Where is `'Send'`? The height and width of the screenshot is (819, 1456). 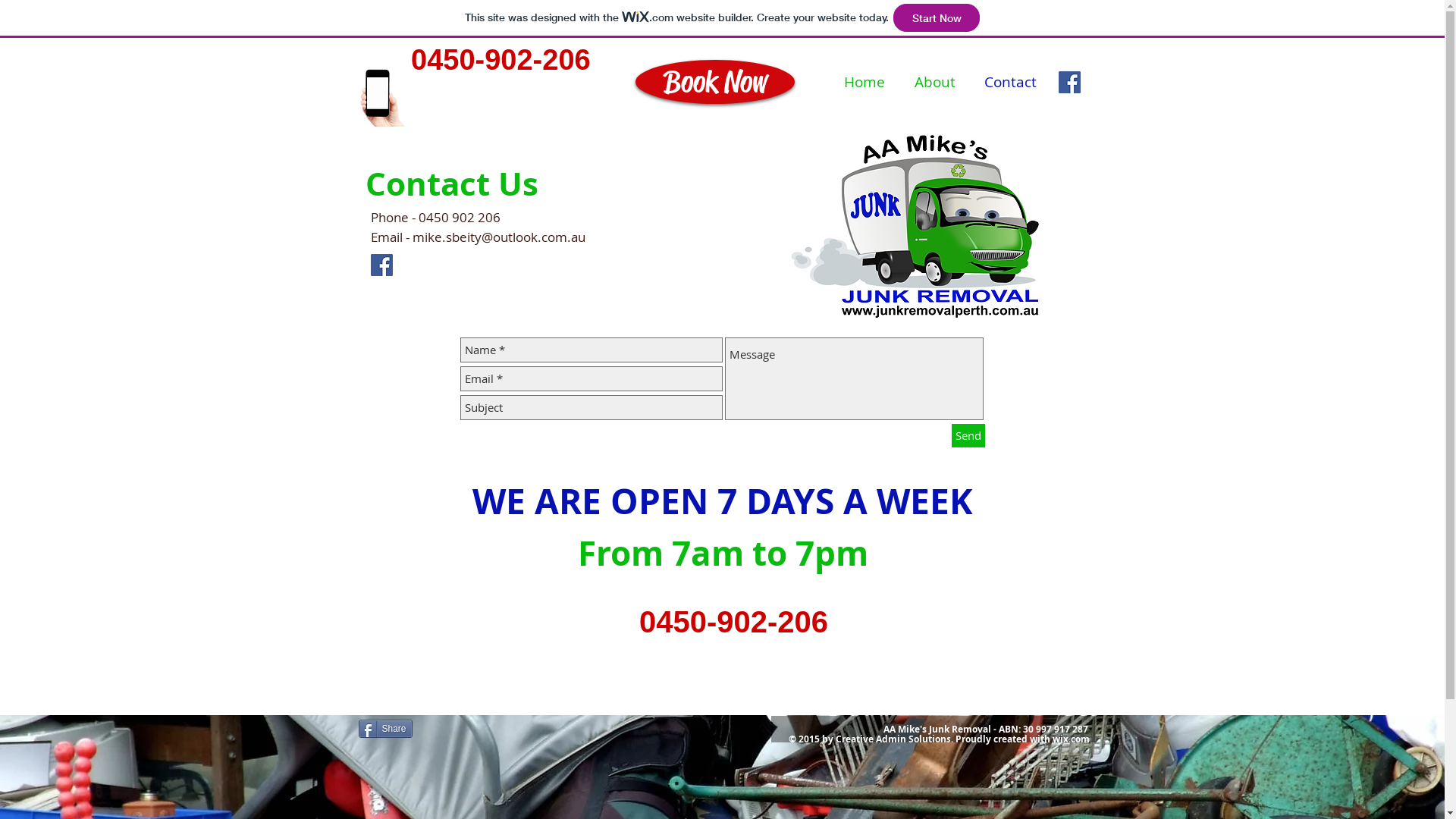
'Send' is located at coordinates (967, 435).